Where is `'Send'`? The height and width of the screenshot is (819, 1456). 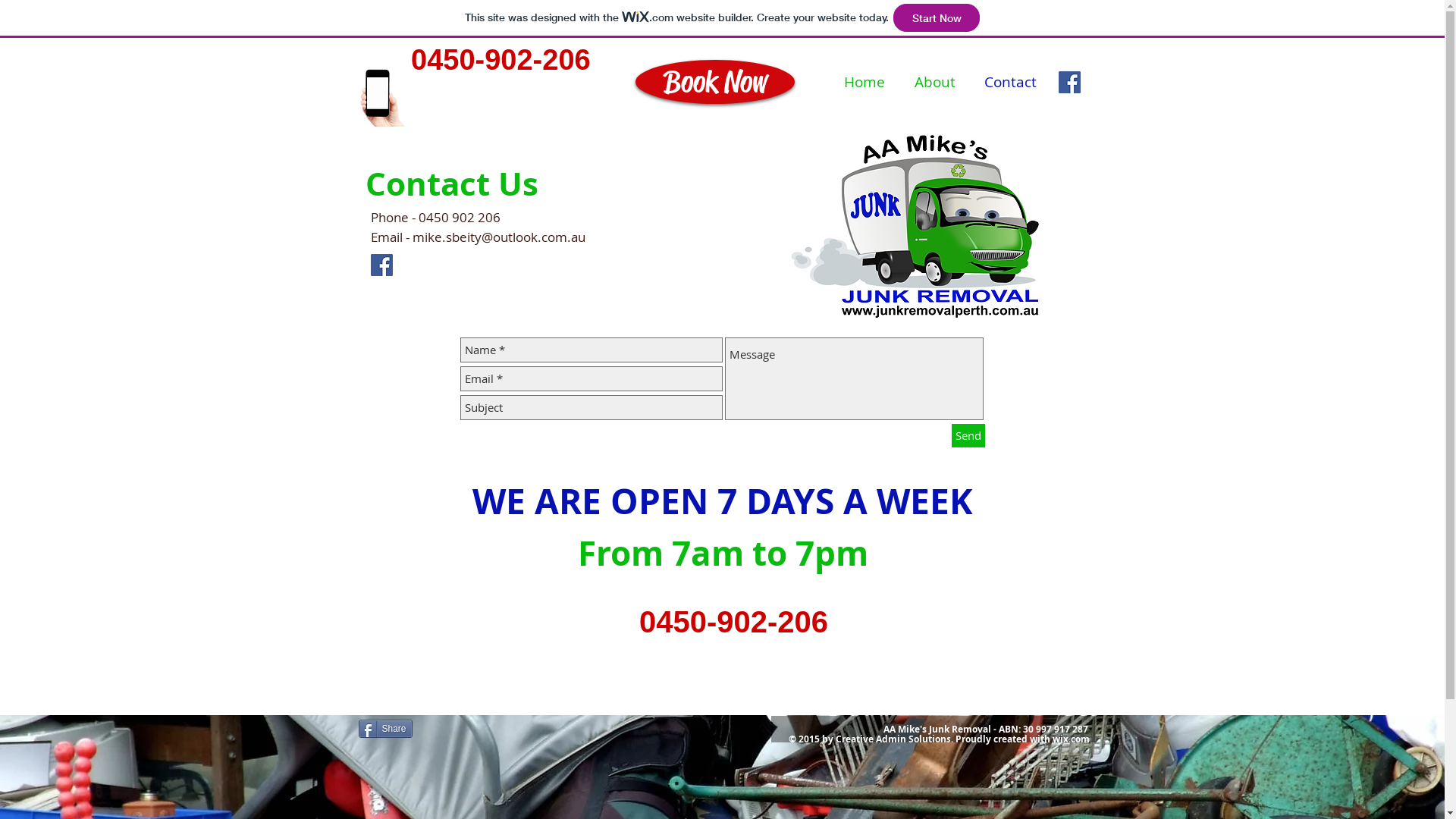
'Send' is located at coordinates (967, 435).